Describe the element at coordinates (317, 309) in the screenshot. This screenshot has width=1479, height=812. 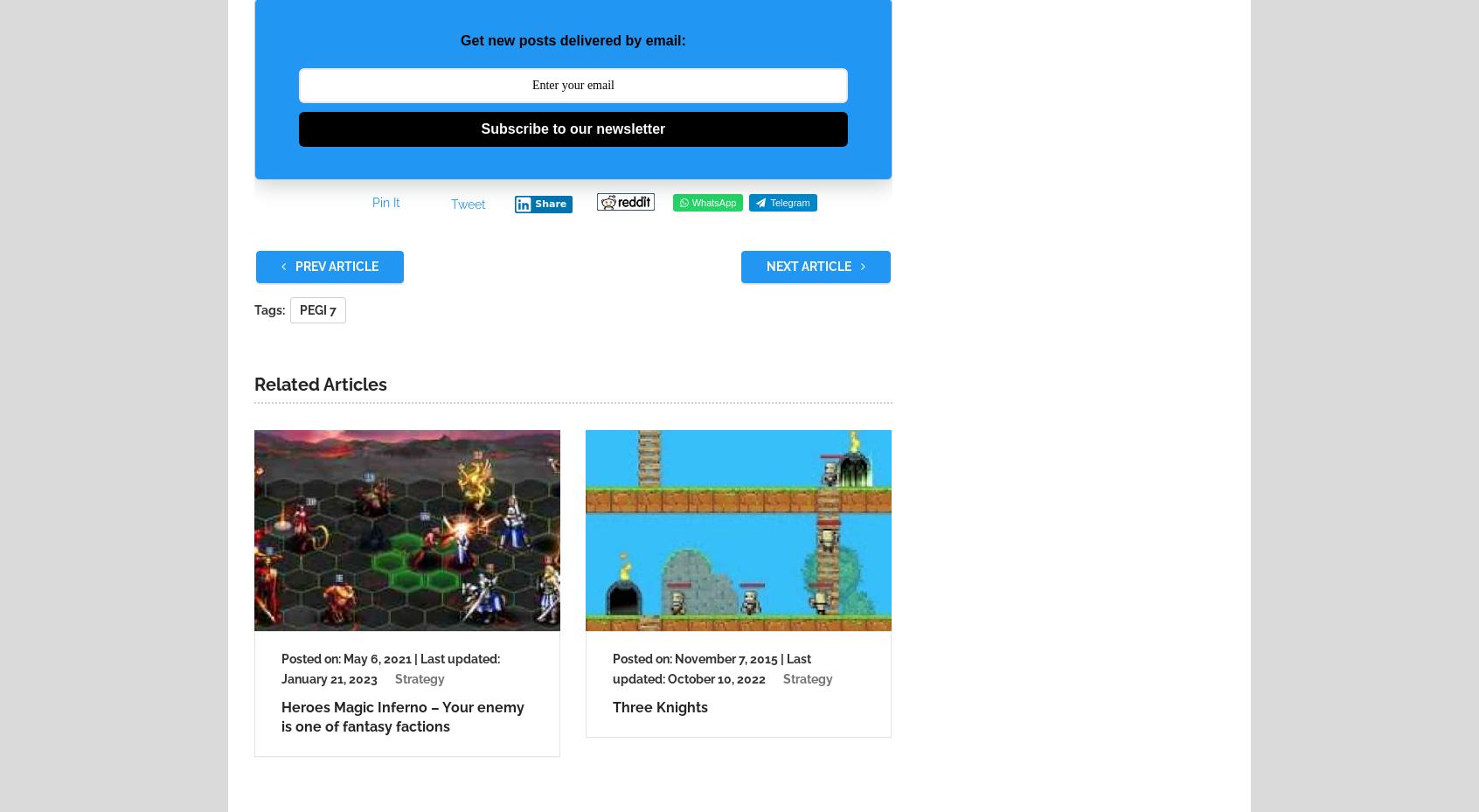
I see `'PEGI 7'` at that location.